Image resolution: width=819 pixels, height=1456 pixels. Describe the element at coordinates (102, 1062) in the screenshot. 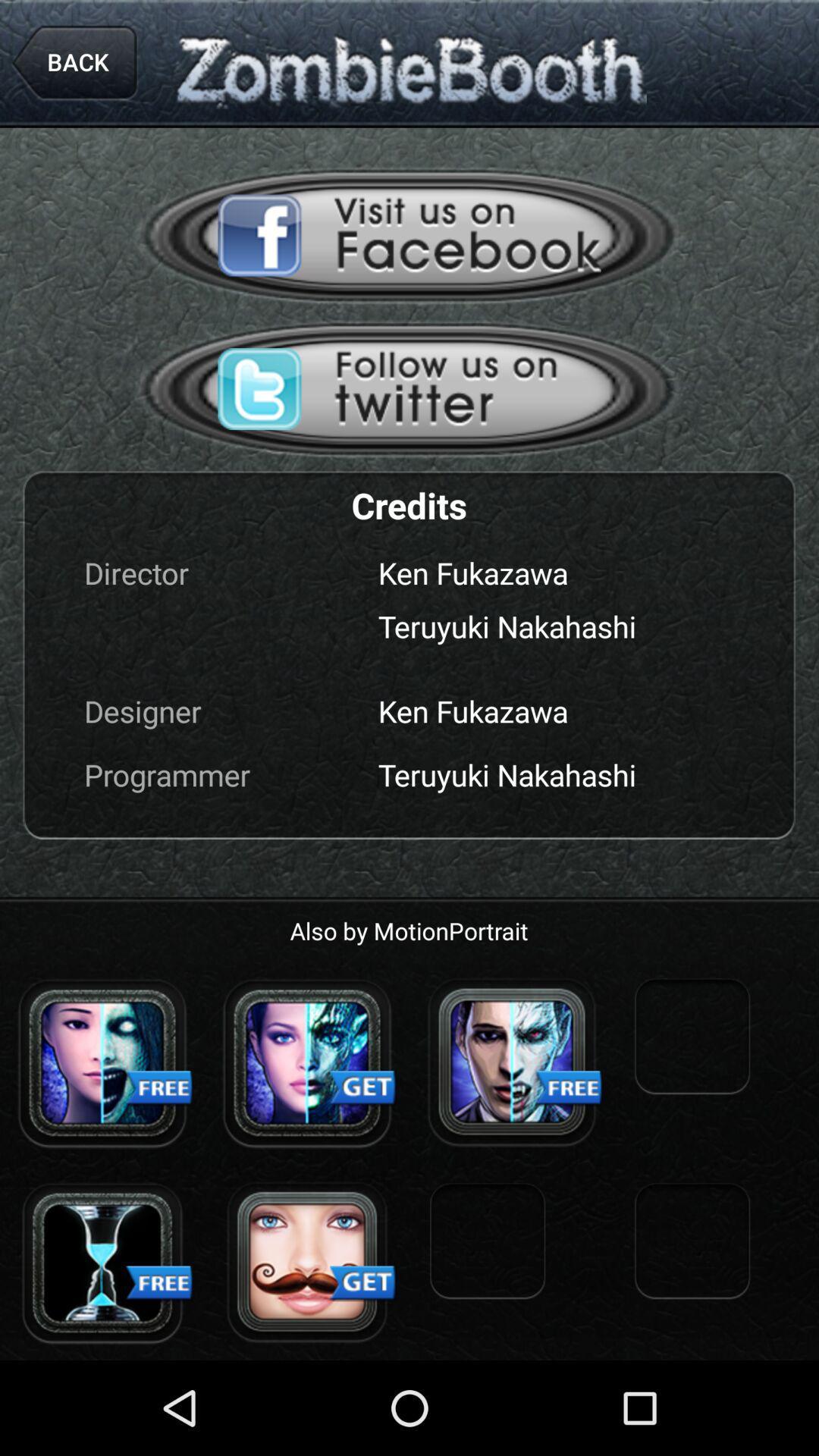

I see `chose another game option` at that location.